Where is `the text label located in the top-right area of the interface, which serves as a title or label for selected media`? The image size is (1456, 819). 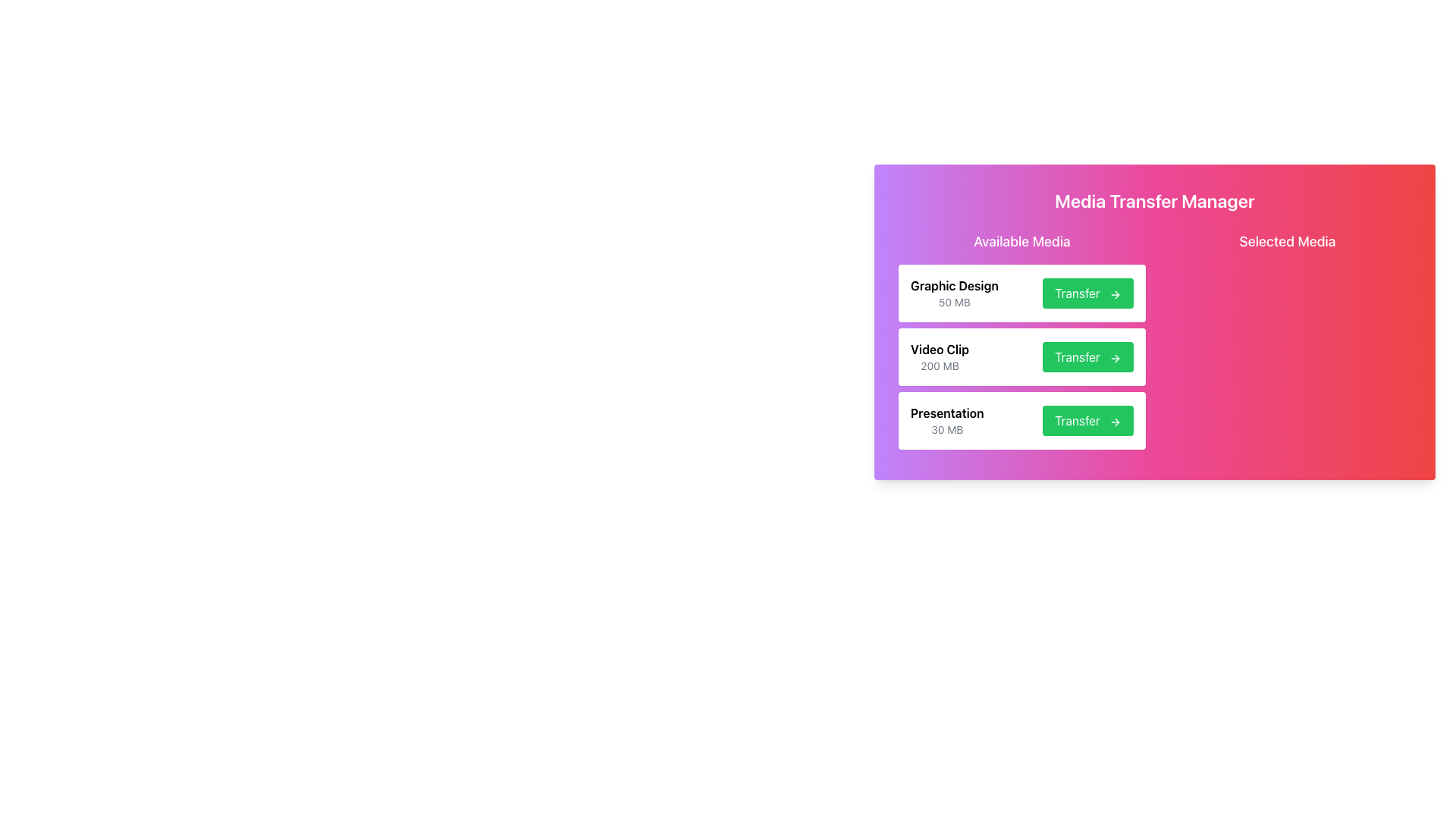
the text label located in the top-right area of the interface, which serves as a title or label for selected media is located at coordinates (1287, 241).